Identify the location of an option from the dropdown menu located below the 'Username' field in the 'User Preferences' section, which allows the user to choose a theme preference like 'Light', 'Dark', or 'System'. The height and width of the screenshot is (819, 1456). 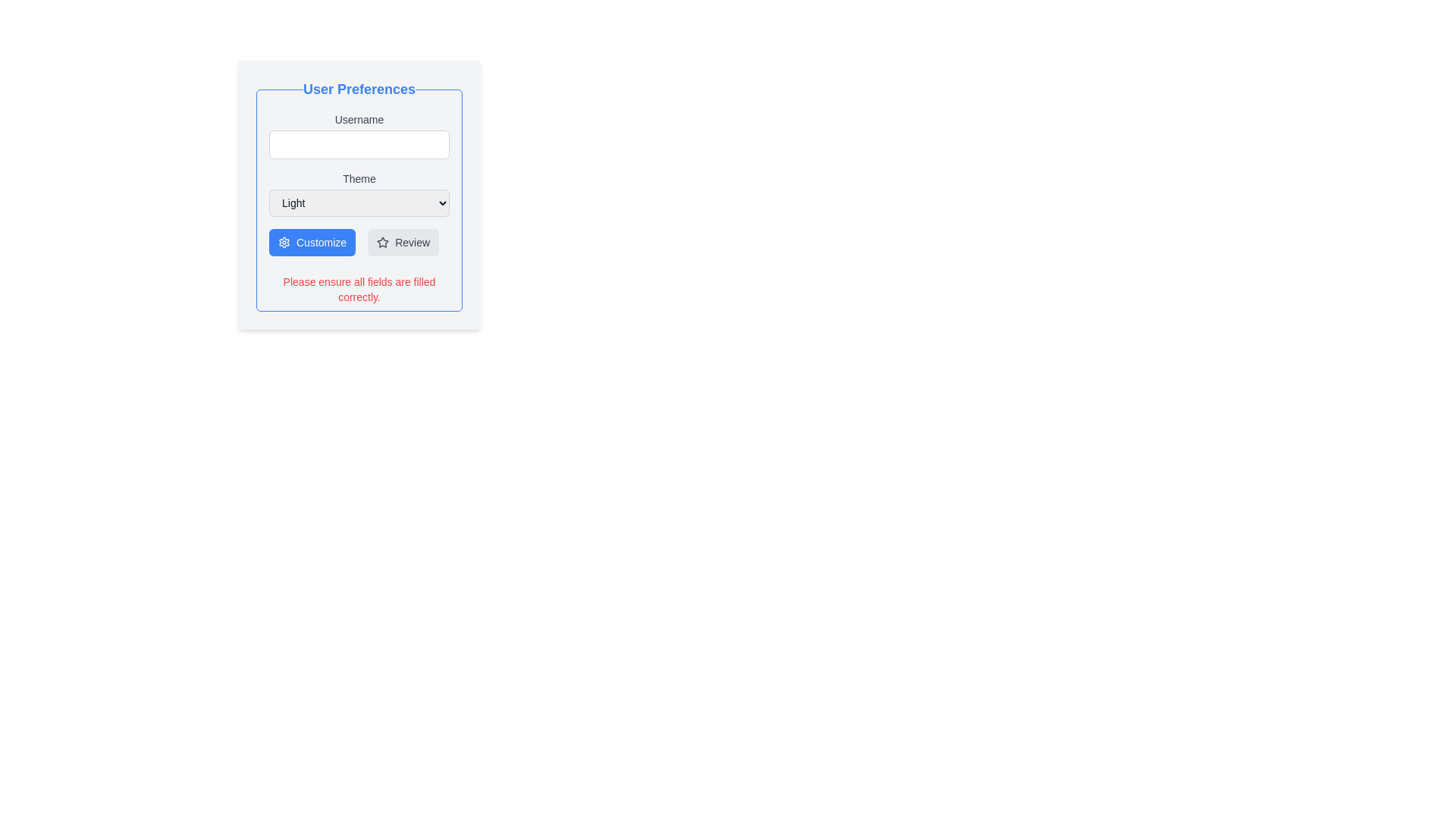
(359, 193).